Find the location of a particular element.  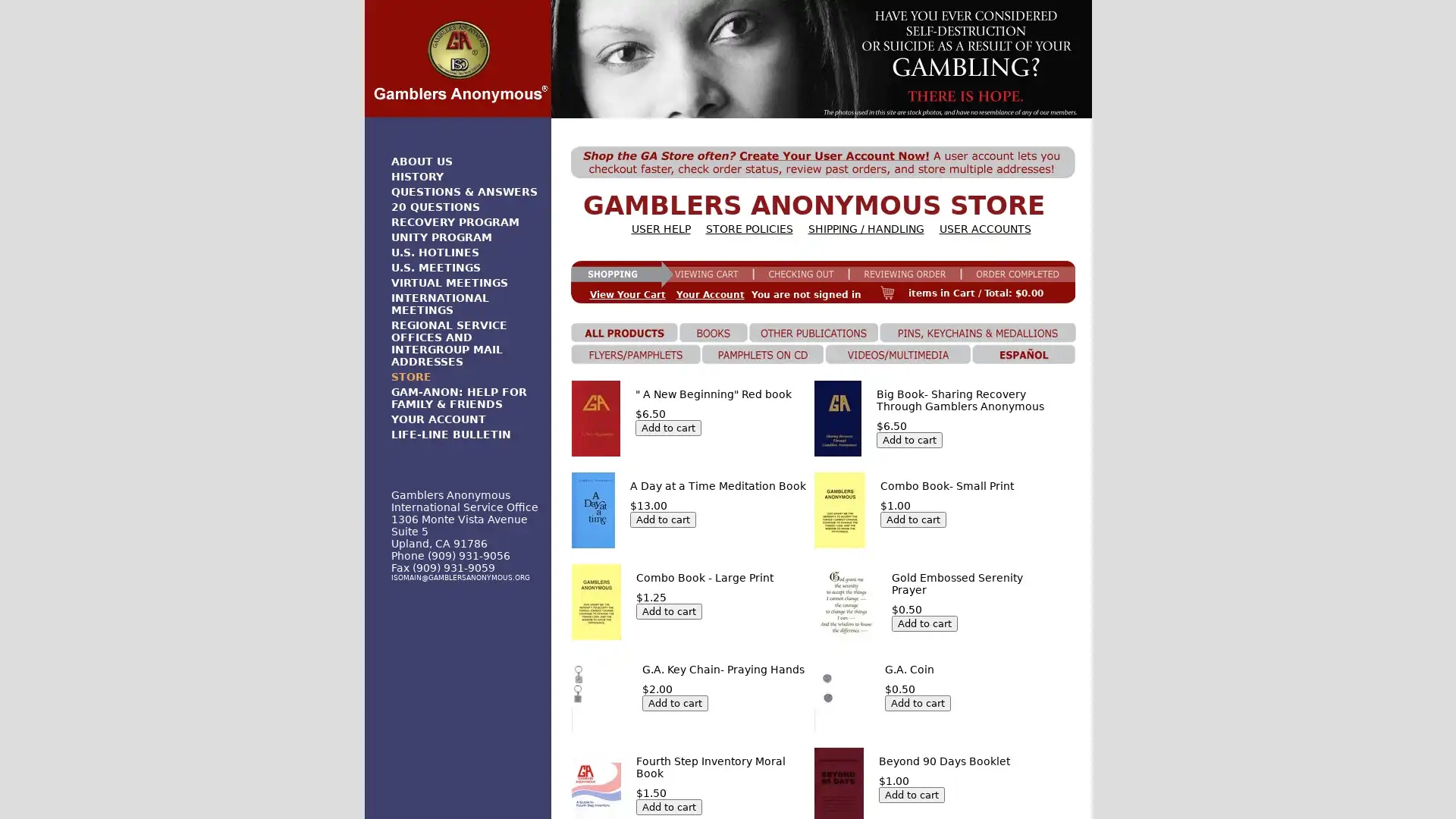

Add to cart is located at coordinates (667, 610).